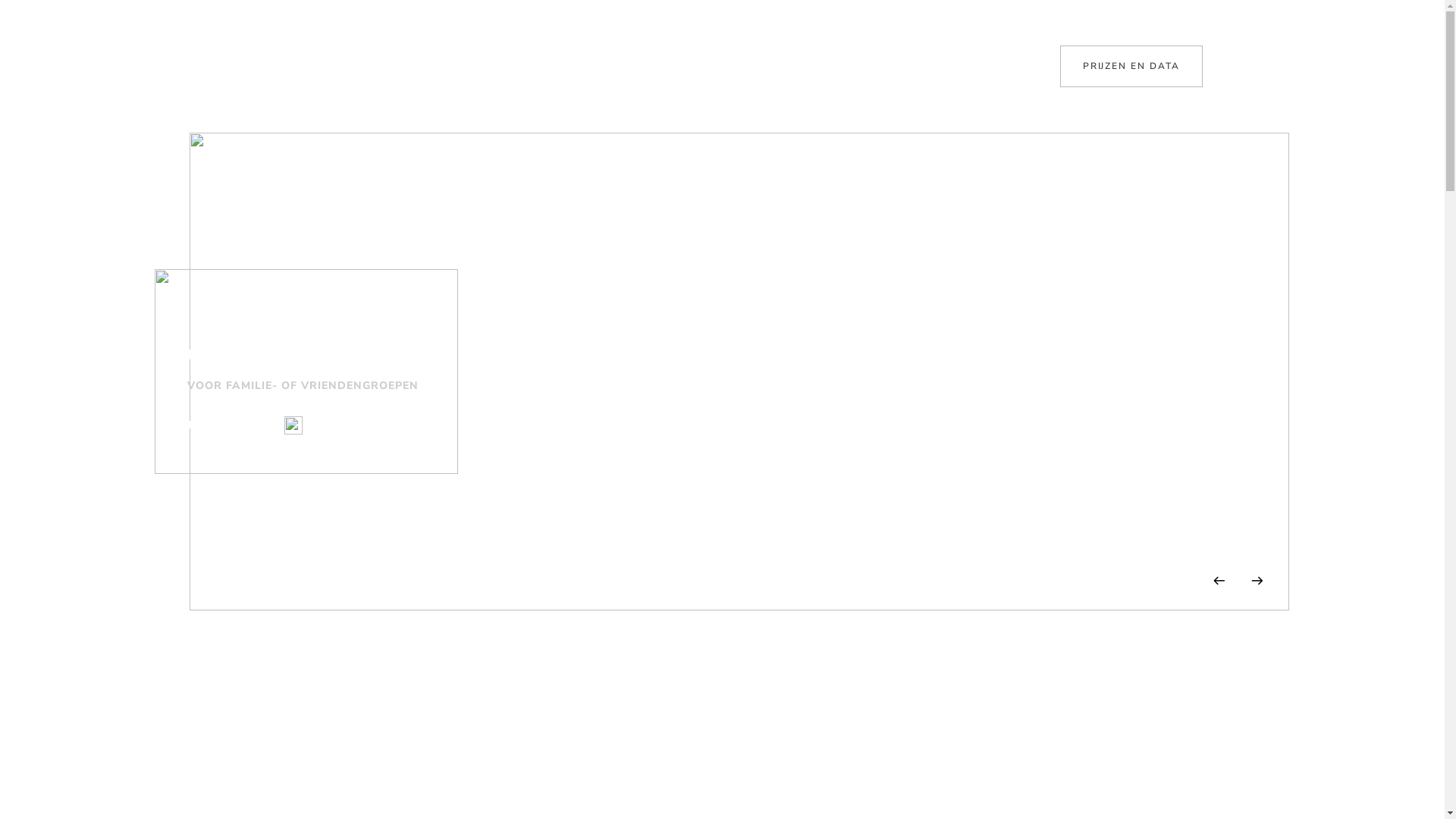  Describe the element at coordinates (232, 425) in the screenshot. I see `'RESERVEER NU'` at that location.